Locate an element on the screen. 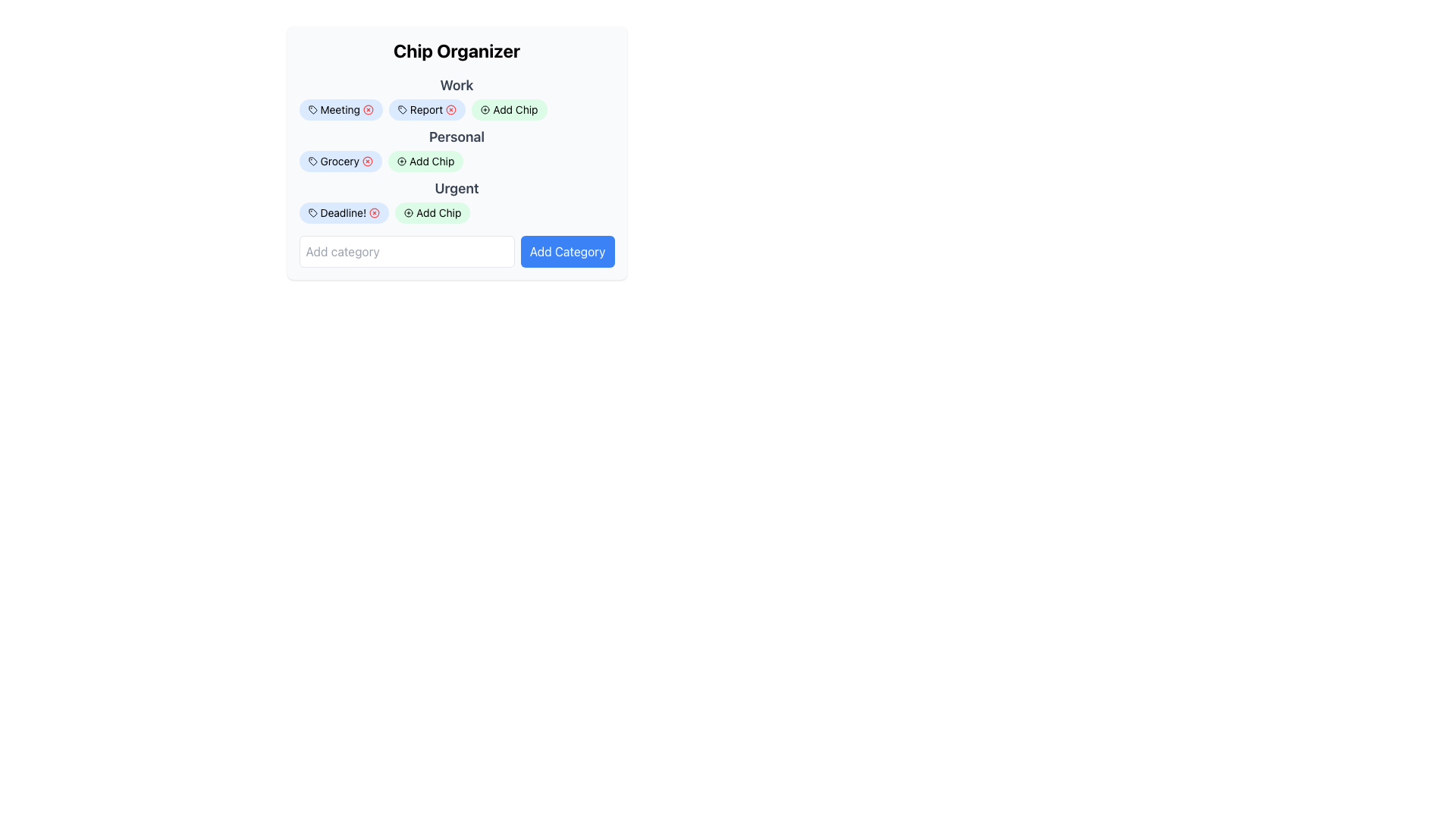  the small circular icon button with a plus sign (+) labeled 'Add Chip' in the second row under the 'Personal' section is located at coordinates (402, 161).